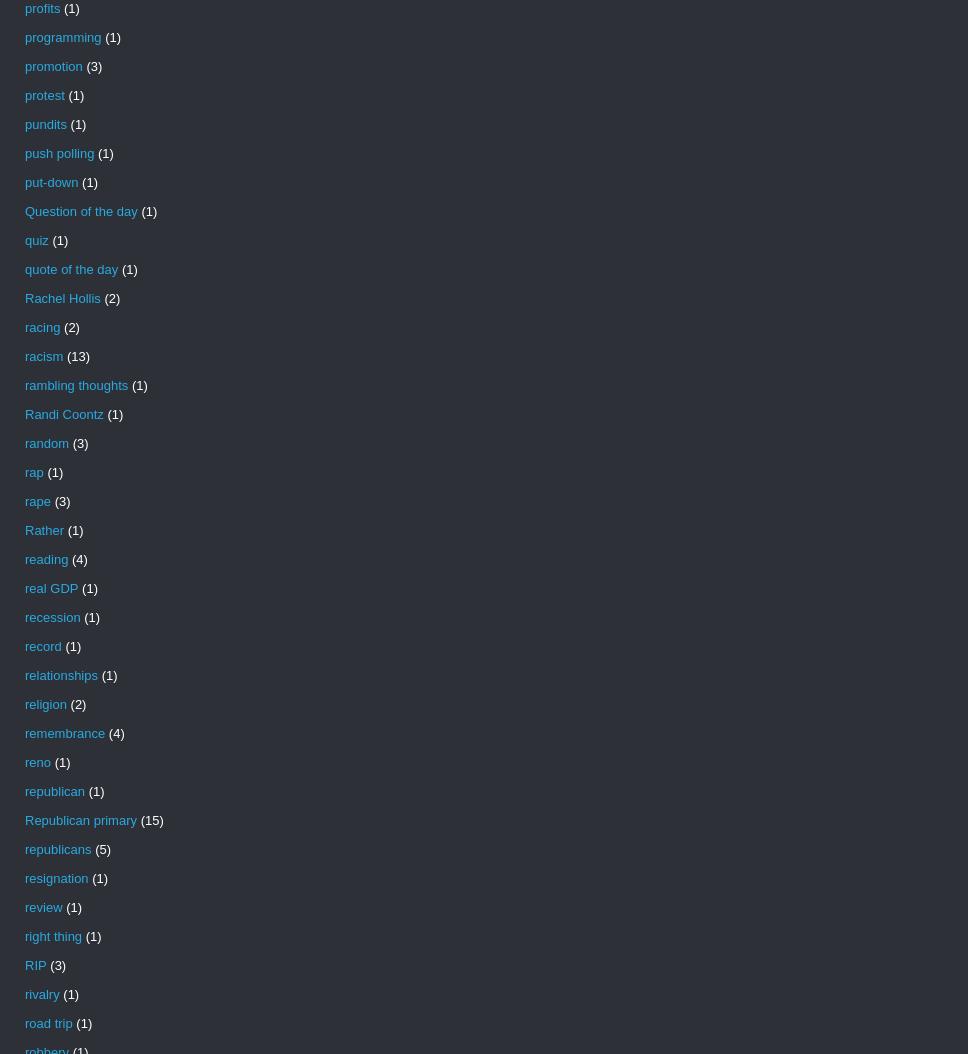  What do you see at coordinates (50, 587) in the screenshot?
I see `'real GDP'` at bounding box center [50, 587].